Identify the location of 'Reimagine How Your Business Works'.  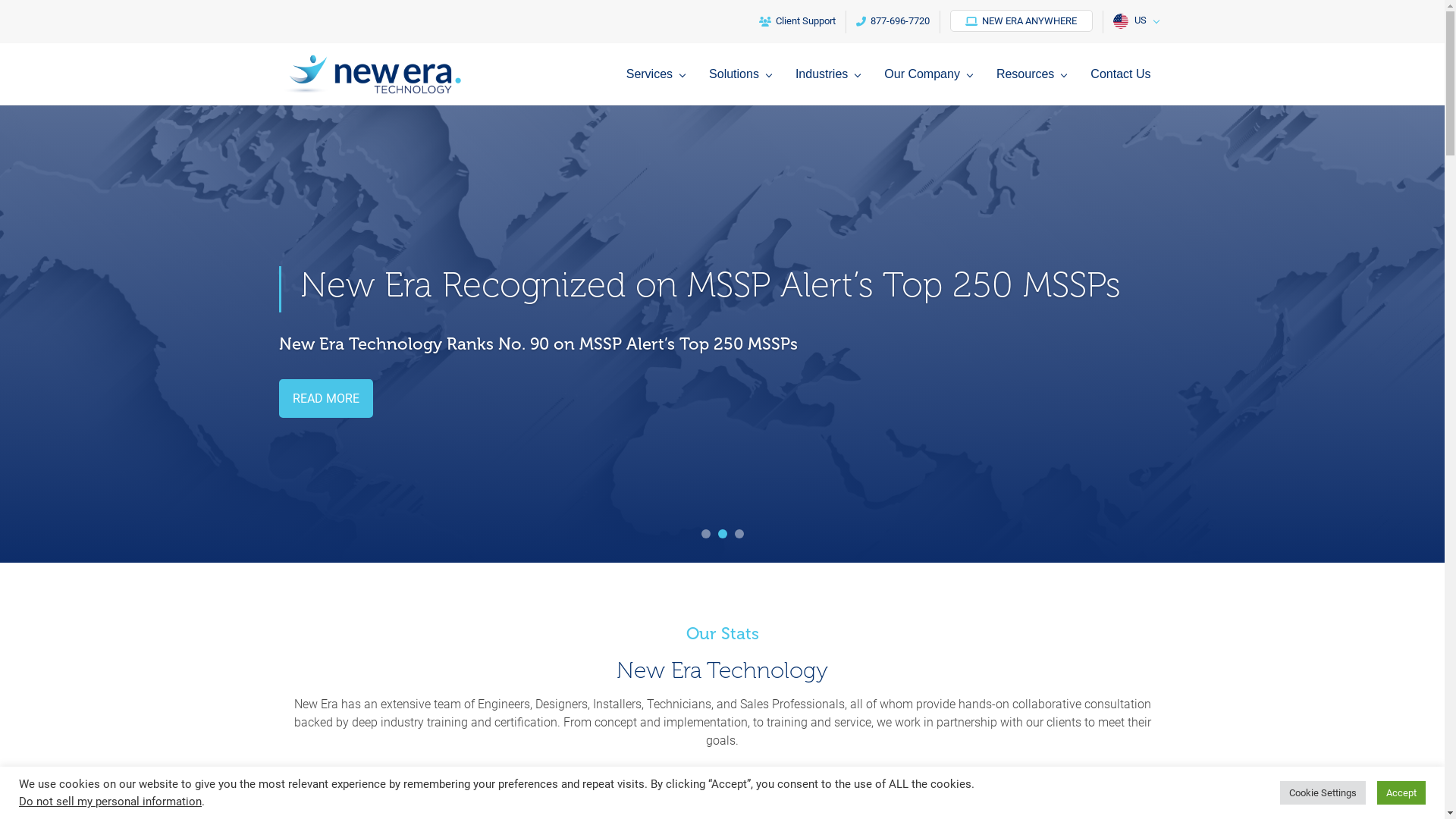
(300, 284).